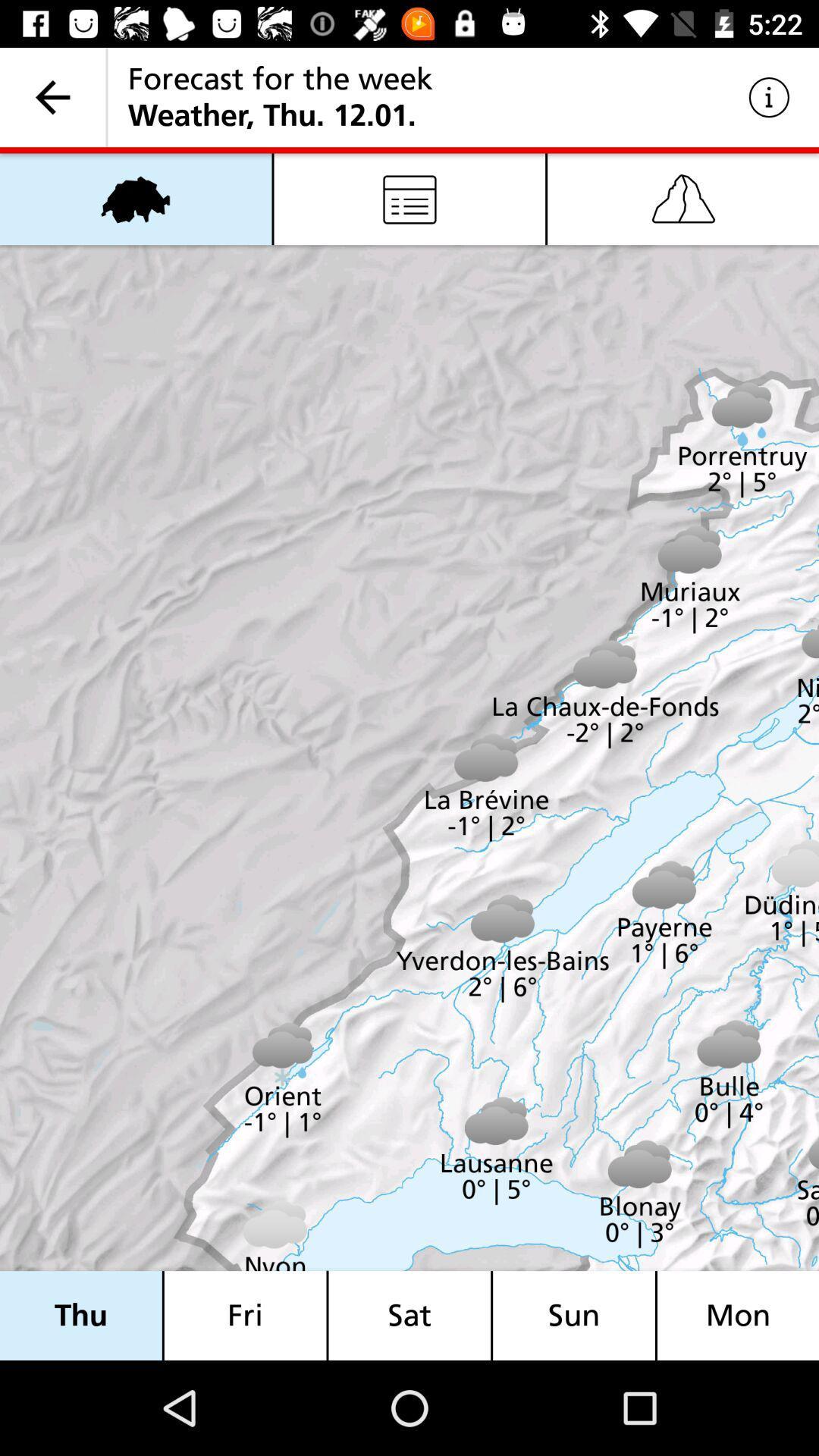  Describe the element at coordinates (244, 1315) in the screenshot. I see `item to the left of the sat icon` at that location.